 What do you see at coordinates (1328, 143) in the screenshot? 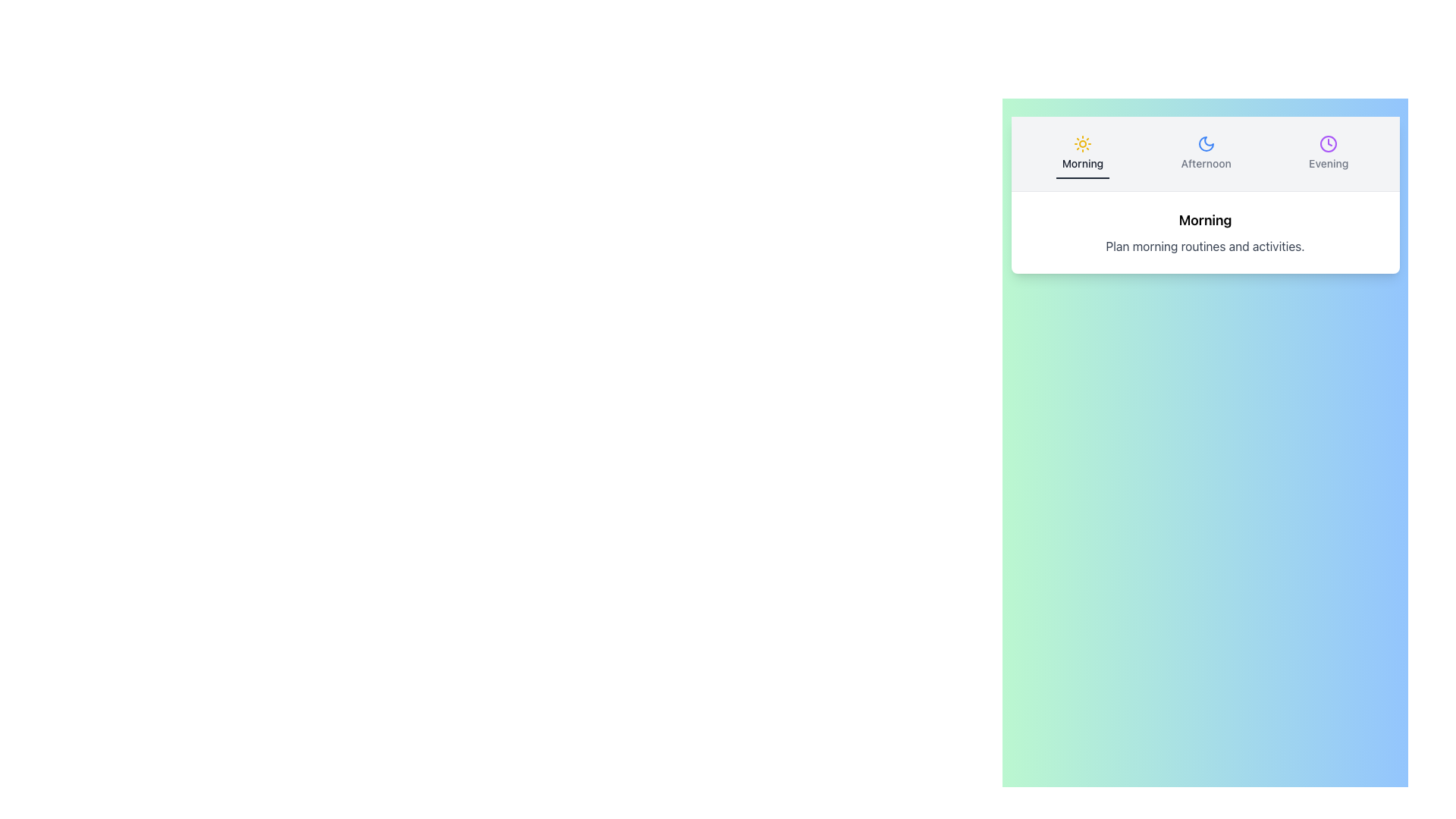
I see `the circular SVG element that represents the clock face in the 'Evening' tab, located next to the 'Morning' and 'Afternoon' icons` at bounding box center [1328, 143].